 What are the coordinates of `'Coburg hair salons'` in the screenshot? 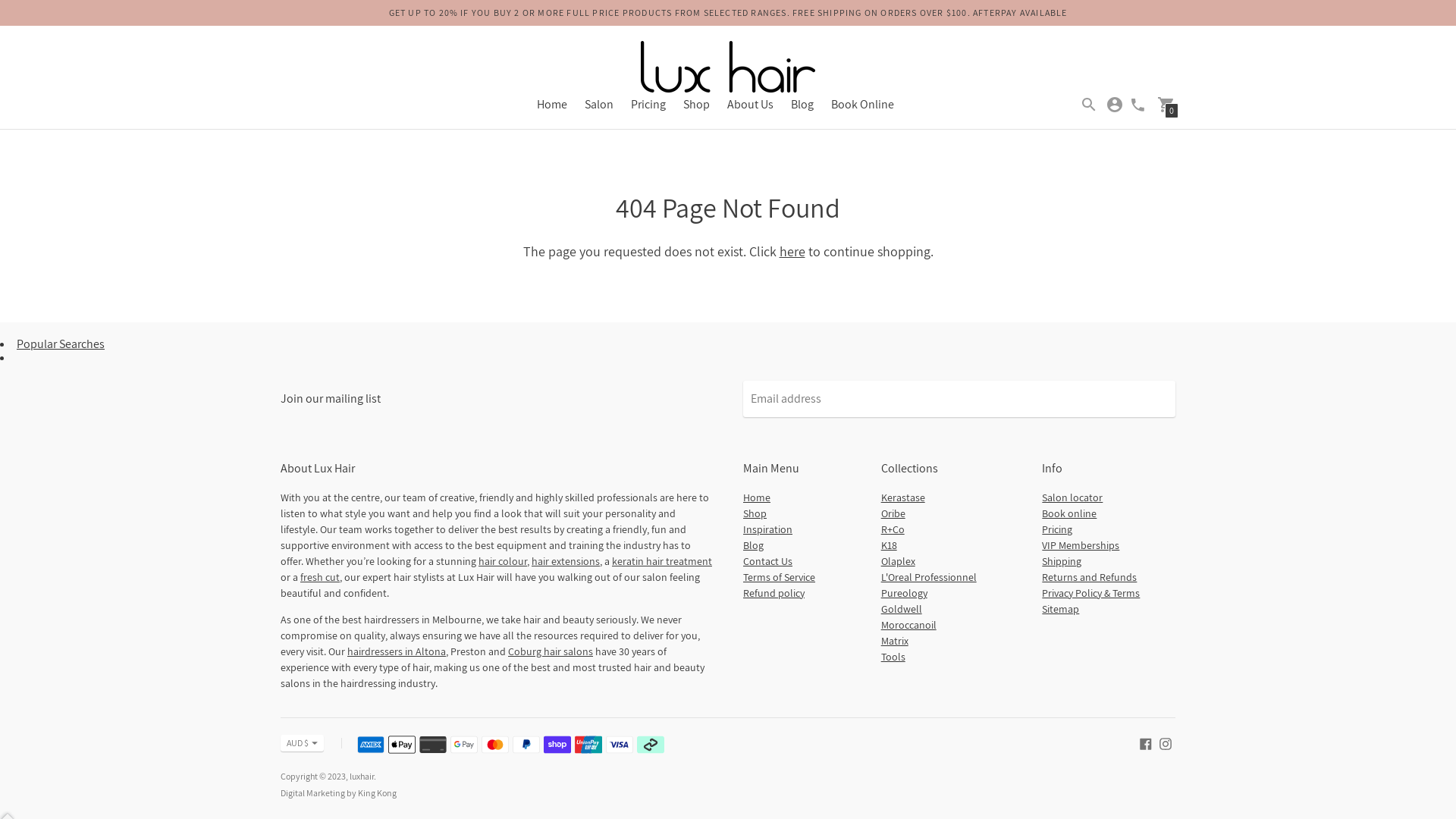 It's located at (549, 651).